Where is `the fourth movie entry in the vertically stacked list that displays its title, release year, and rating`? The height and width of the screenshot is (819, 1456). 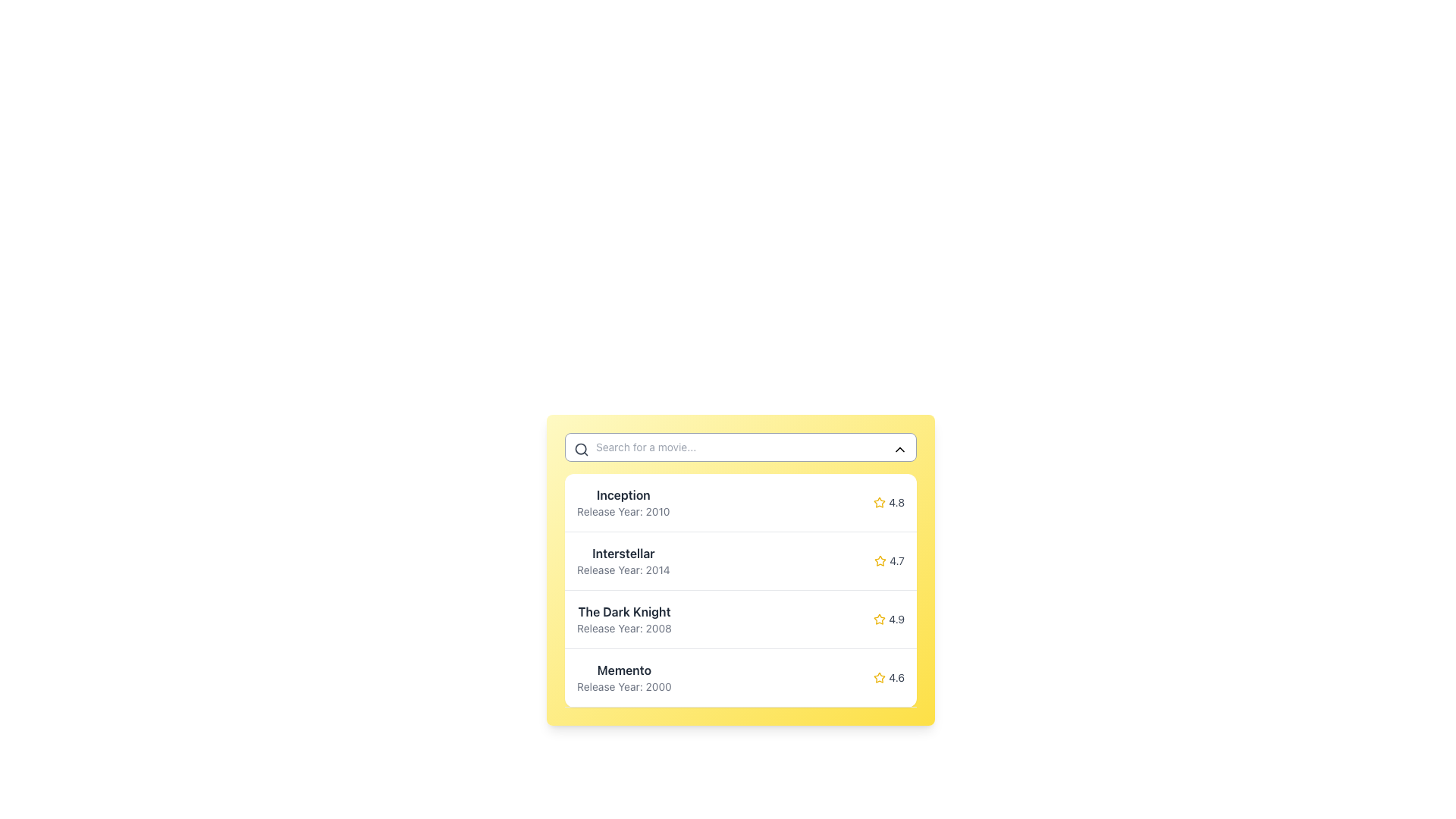
the fourth movie entry in the vertically stacked list that displays its title, release year, and rating is located at coordinates (741, 677).